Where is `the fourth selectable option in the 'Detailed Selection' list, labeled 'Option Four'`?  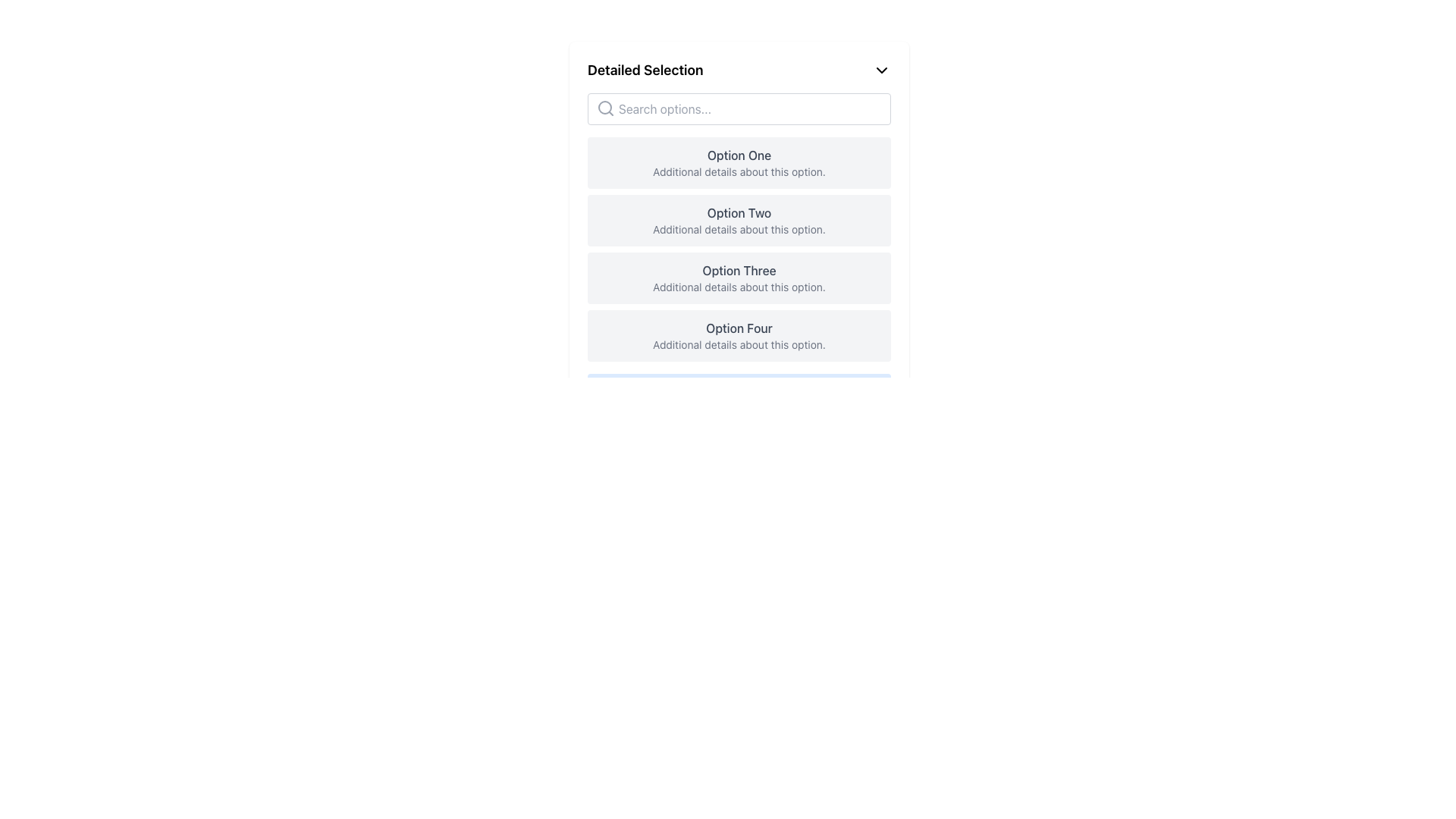 the fourth selectable option in the 'Detailed Selection' list, labeled 'Option Four' is located at coordinates (739, 335).